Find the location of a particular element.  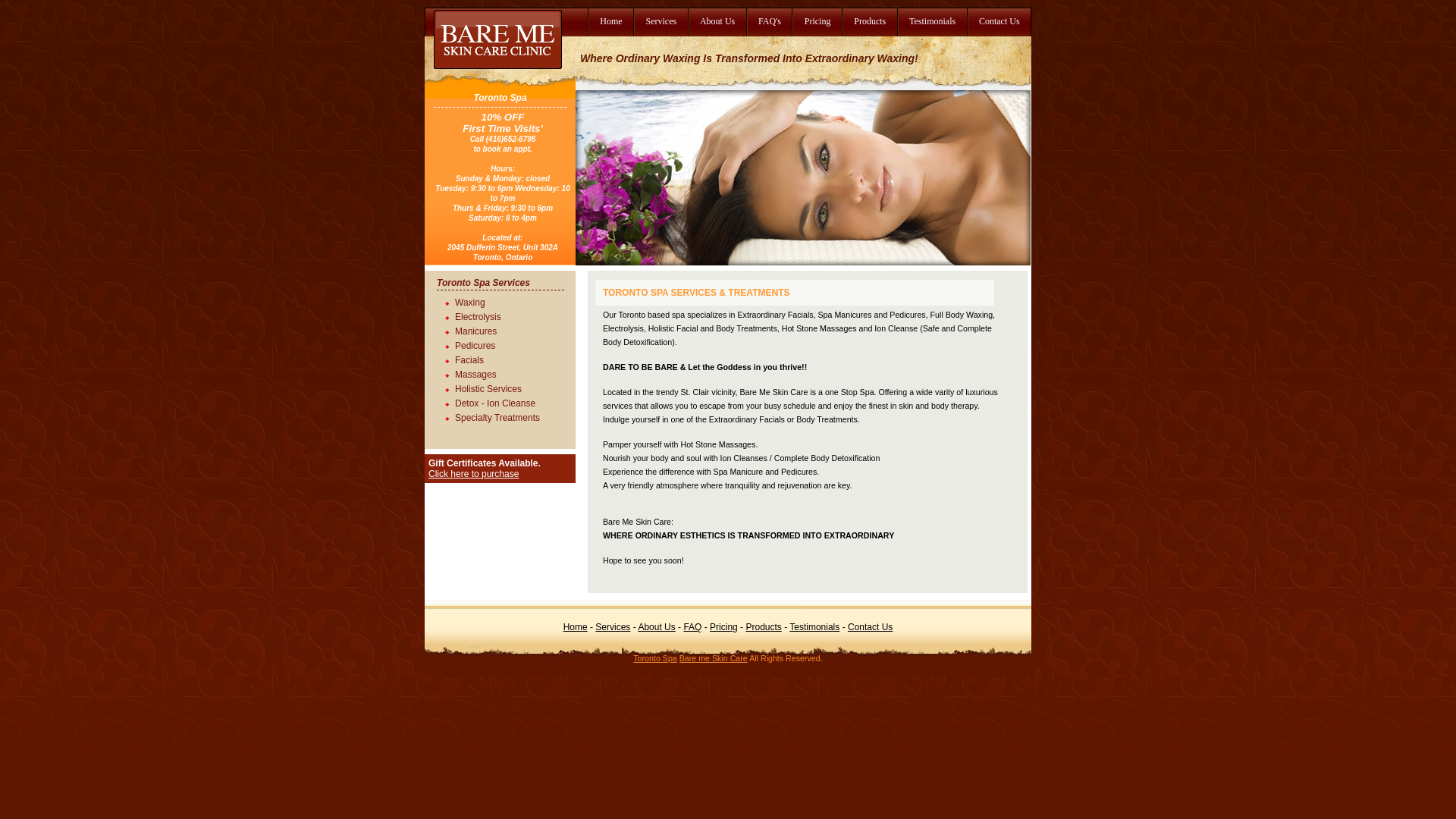

'Services' is located at coordinates (612, 626).